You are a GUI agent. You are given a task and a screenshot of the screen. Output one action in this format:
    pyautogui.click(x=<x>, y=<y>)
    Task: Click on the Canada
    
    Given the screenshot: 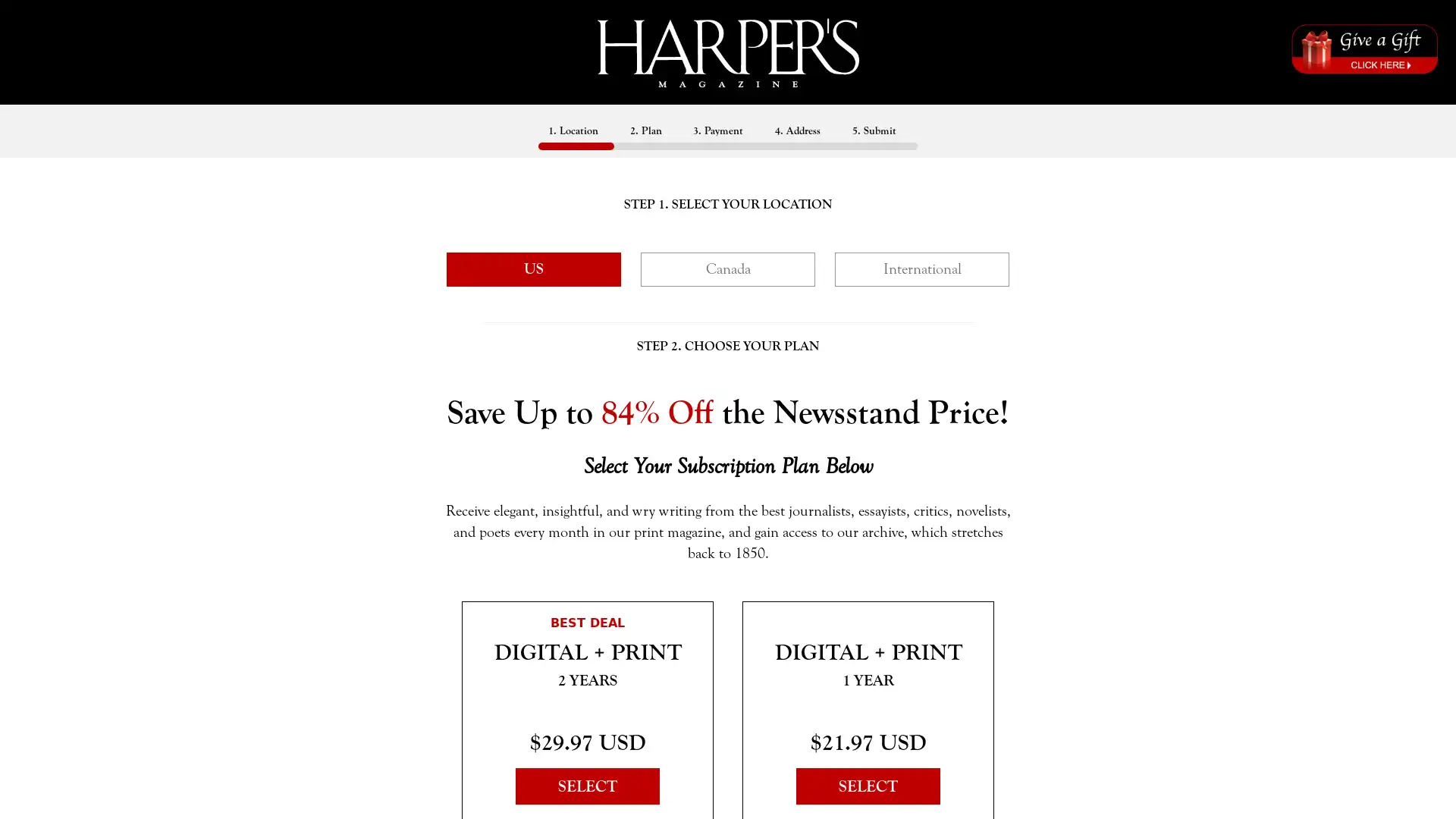 What is the action you would take?
    pyautogui.click(x=728, y=268)
    